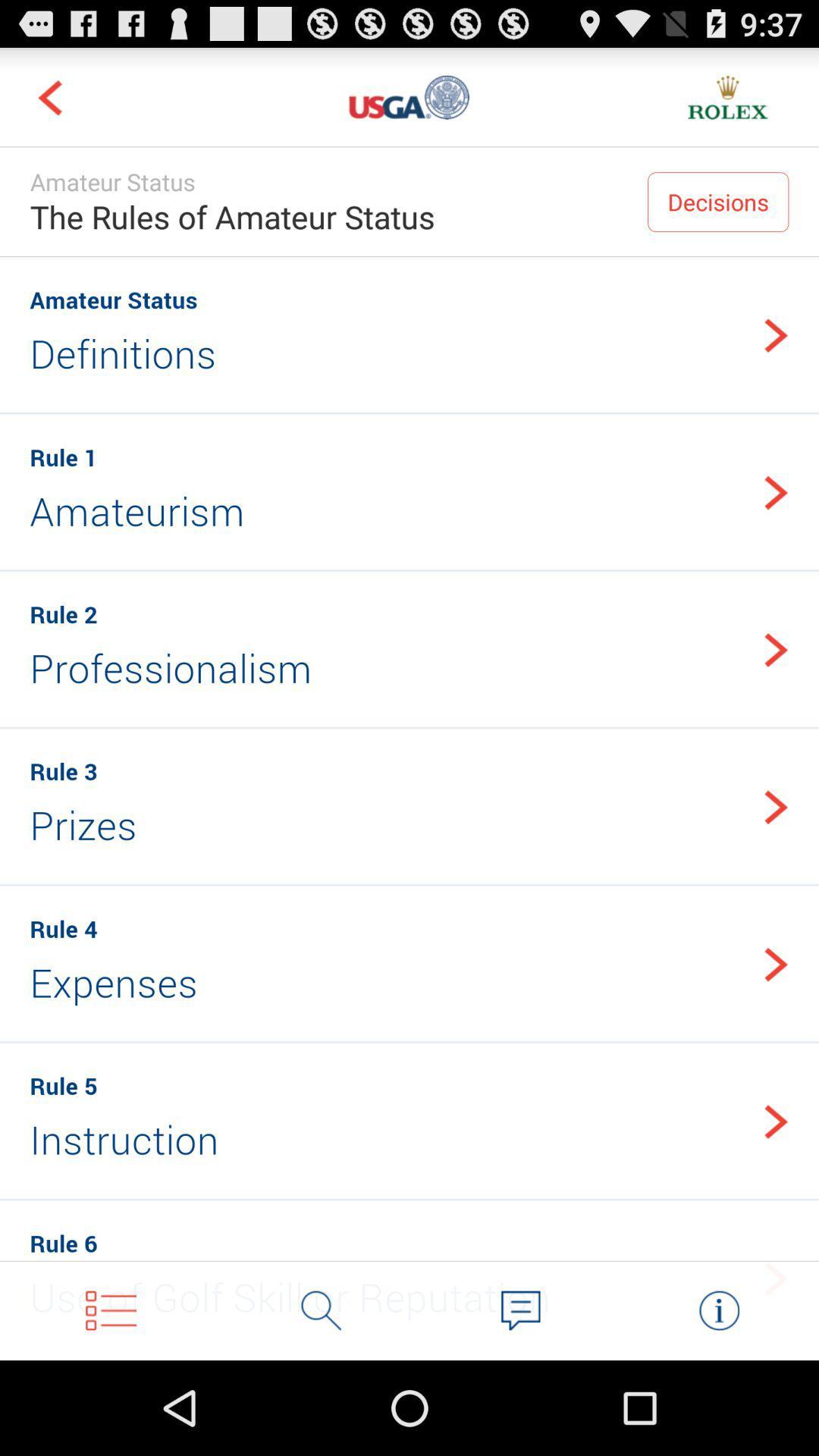 Image resolution: width=819 pixels, height=1456 pixels. What do you see at coordinates (409, 103) in the screenshot?
I see `the sliders icon` at bounding box center [409, 103].